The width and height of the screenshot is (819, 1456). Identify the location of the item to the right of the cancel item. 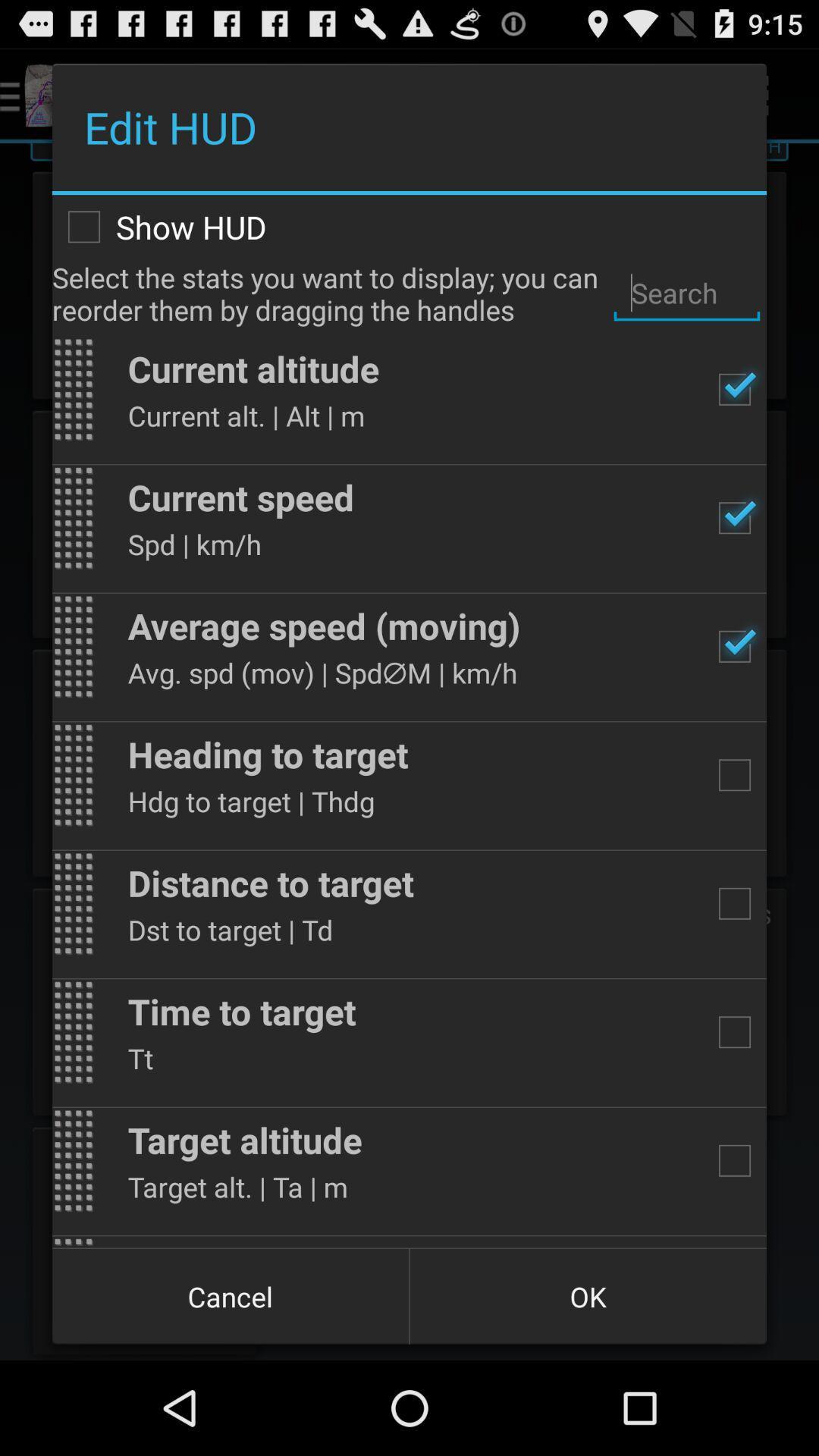
(587, 1295).